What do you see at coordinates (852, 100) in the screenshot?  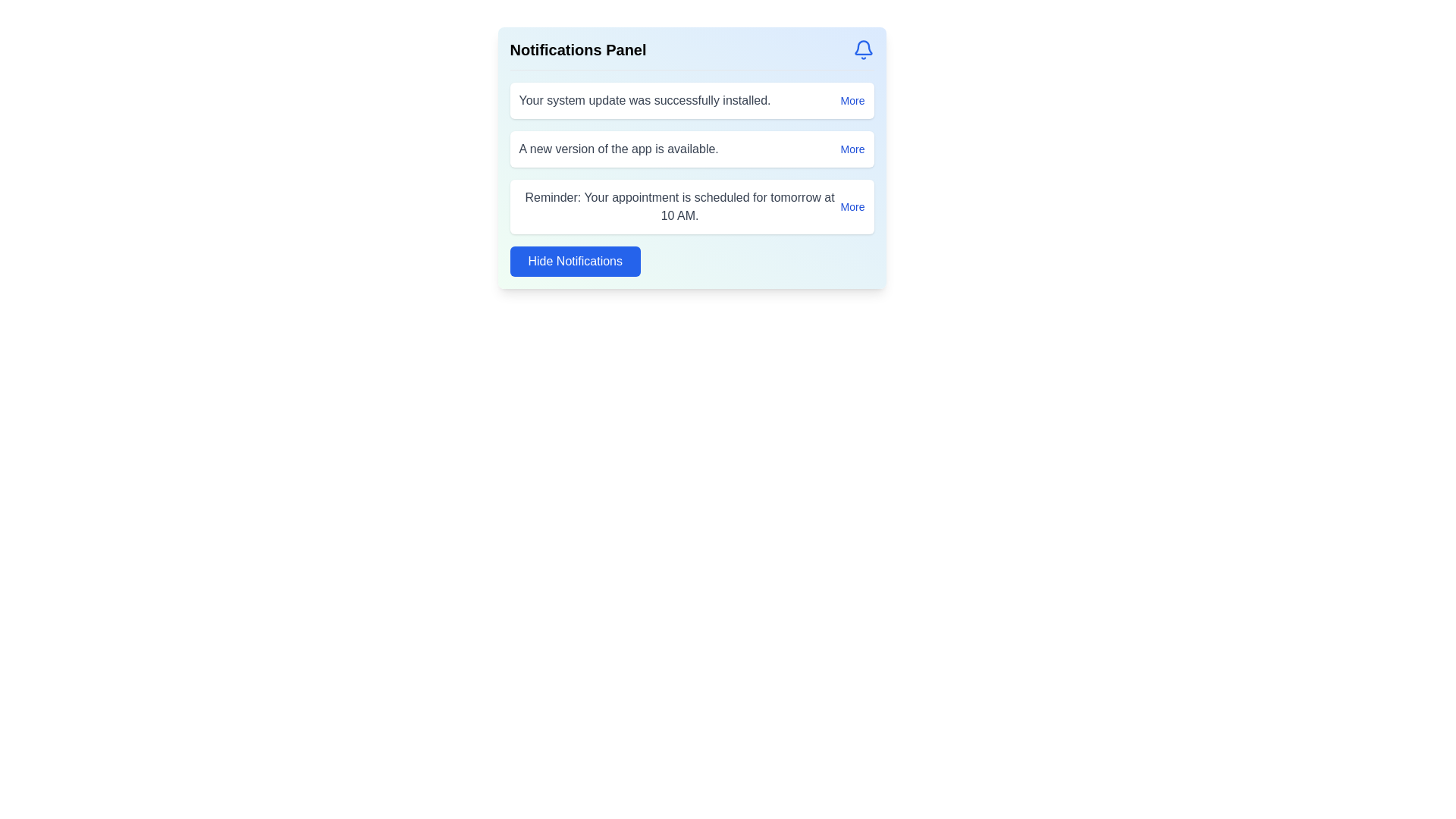 I see `the 'More' link located in the first notification card of the Notifications Panel` at bounding box center [852, 100].